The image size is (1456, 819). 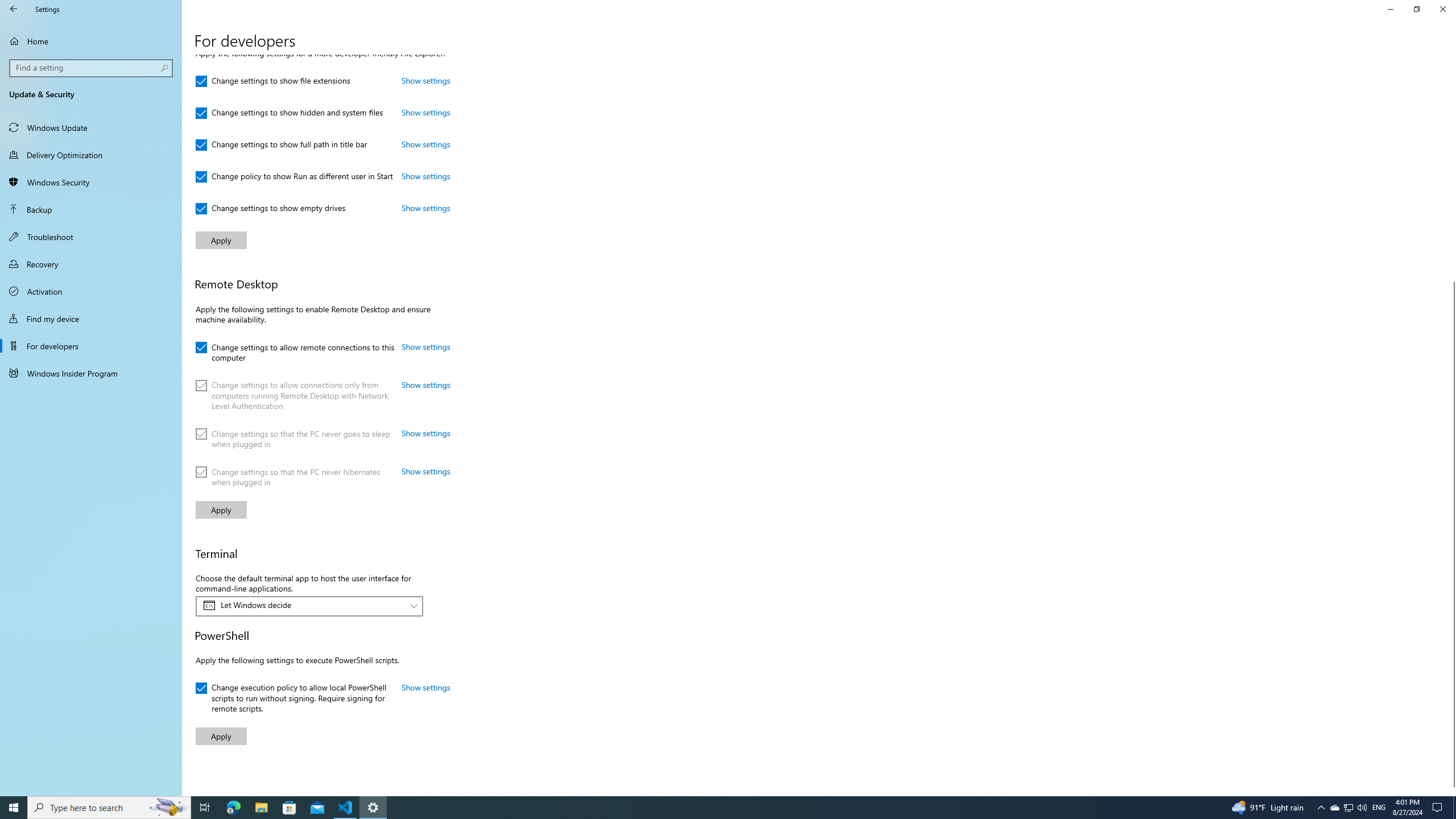 What do you see at coordinates (1451, 59) in the screenshot?
I see `'Vertical Small Decrease'` at bounding box center [1451, 59].